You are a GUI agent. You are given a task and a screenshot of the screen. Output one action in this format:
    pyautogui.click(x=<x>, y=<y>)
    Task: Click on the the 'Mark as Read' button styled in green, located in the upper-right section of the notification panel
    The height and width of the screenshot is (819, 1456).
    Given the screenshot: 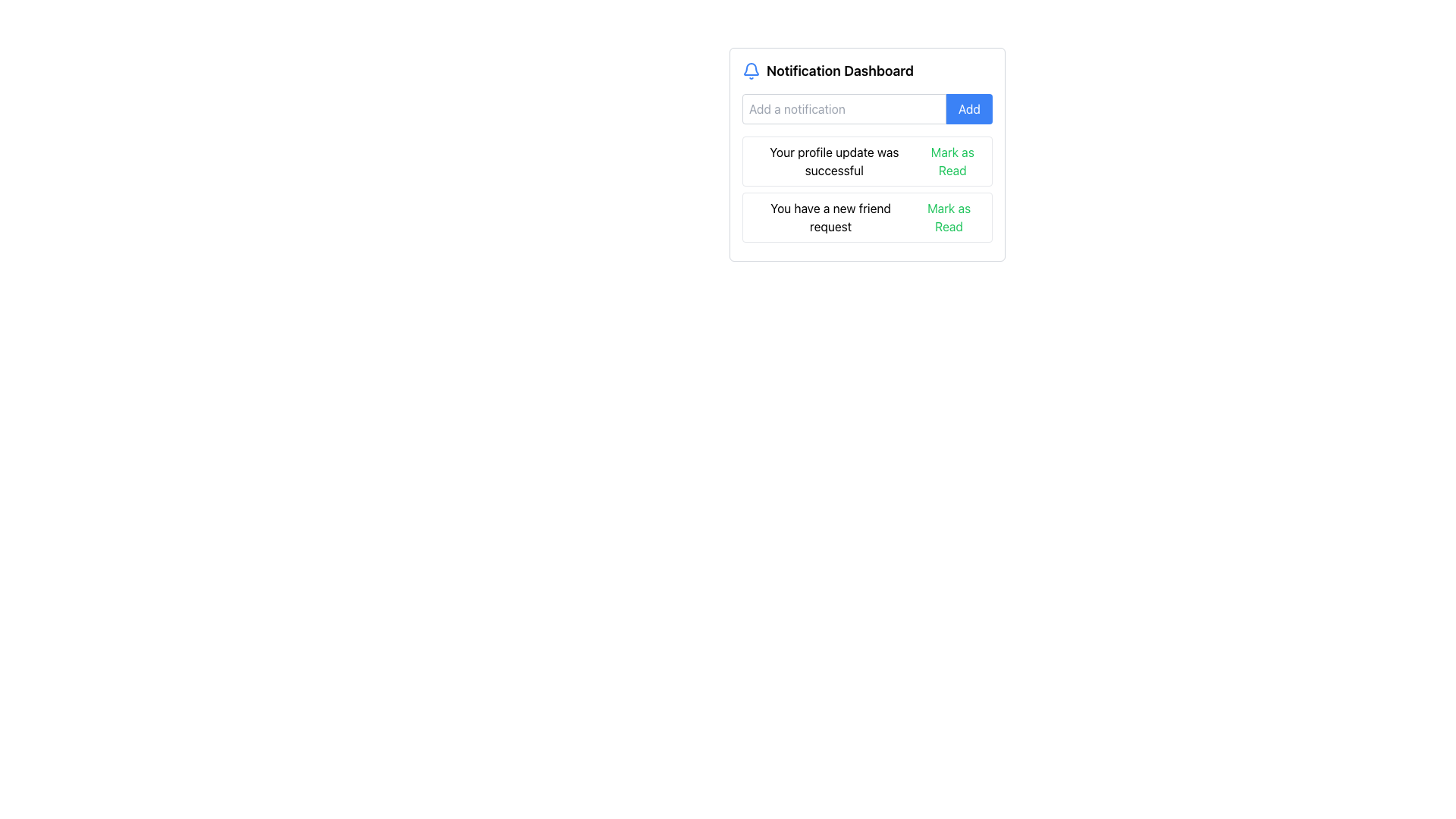 What is the action you would take?
    pyautogui.click(x=952, y=161)
    